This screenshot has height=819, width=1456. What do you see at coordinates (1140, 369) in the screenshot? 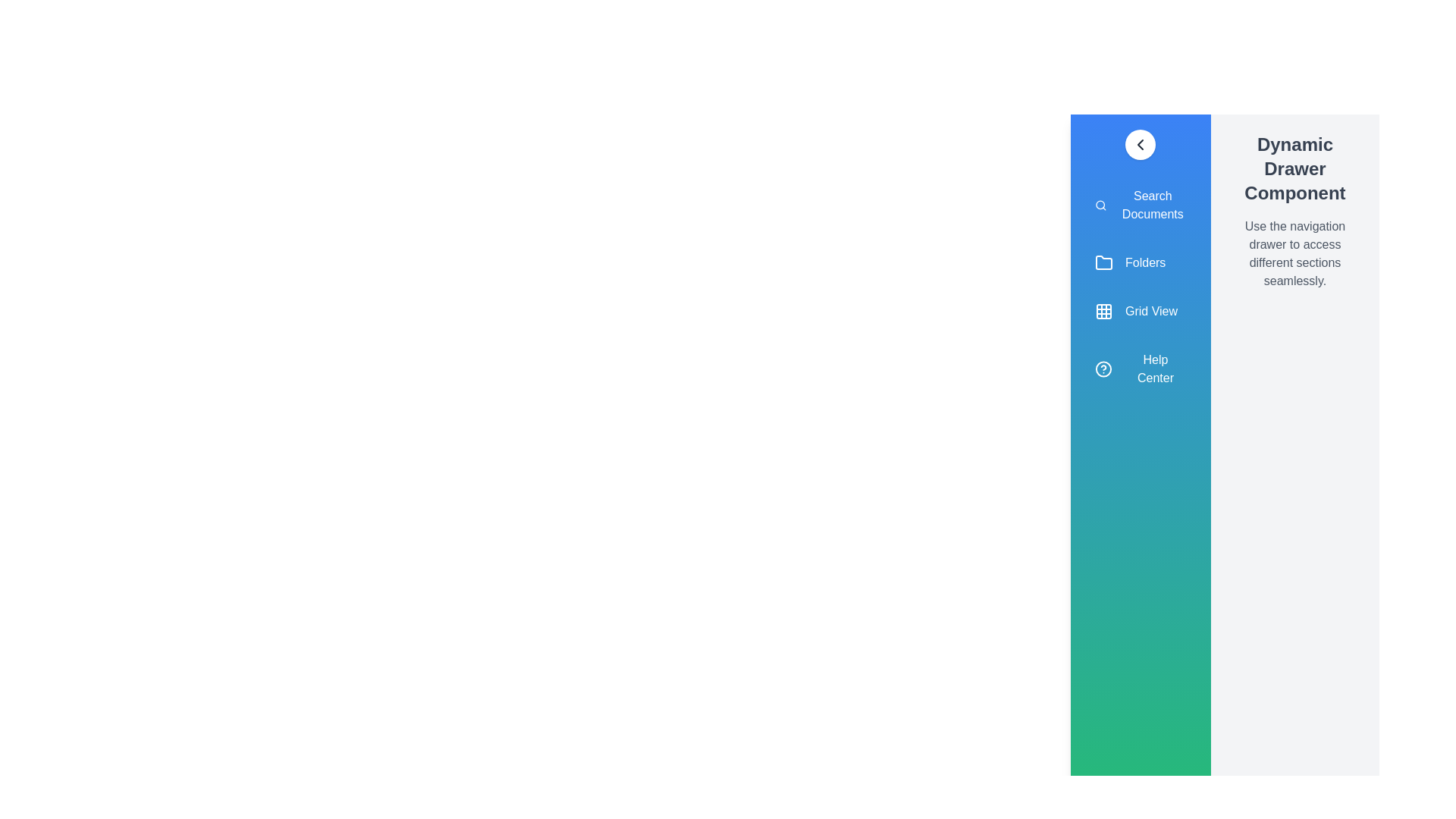
I see `the menu item Help Center` at bounding box center [1140, 369].